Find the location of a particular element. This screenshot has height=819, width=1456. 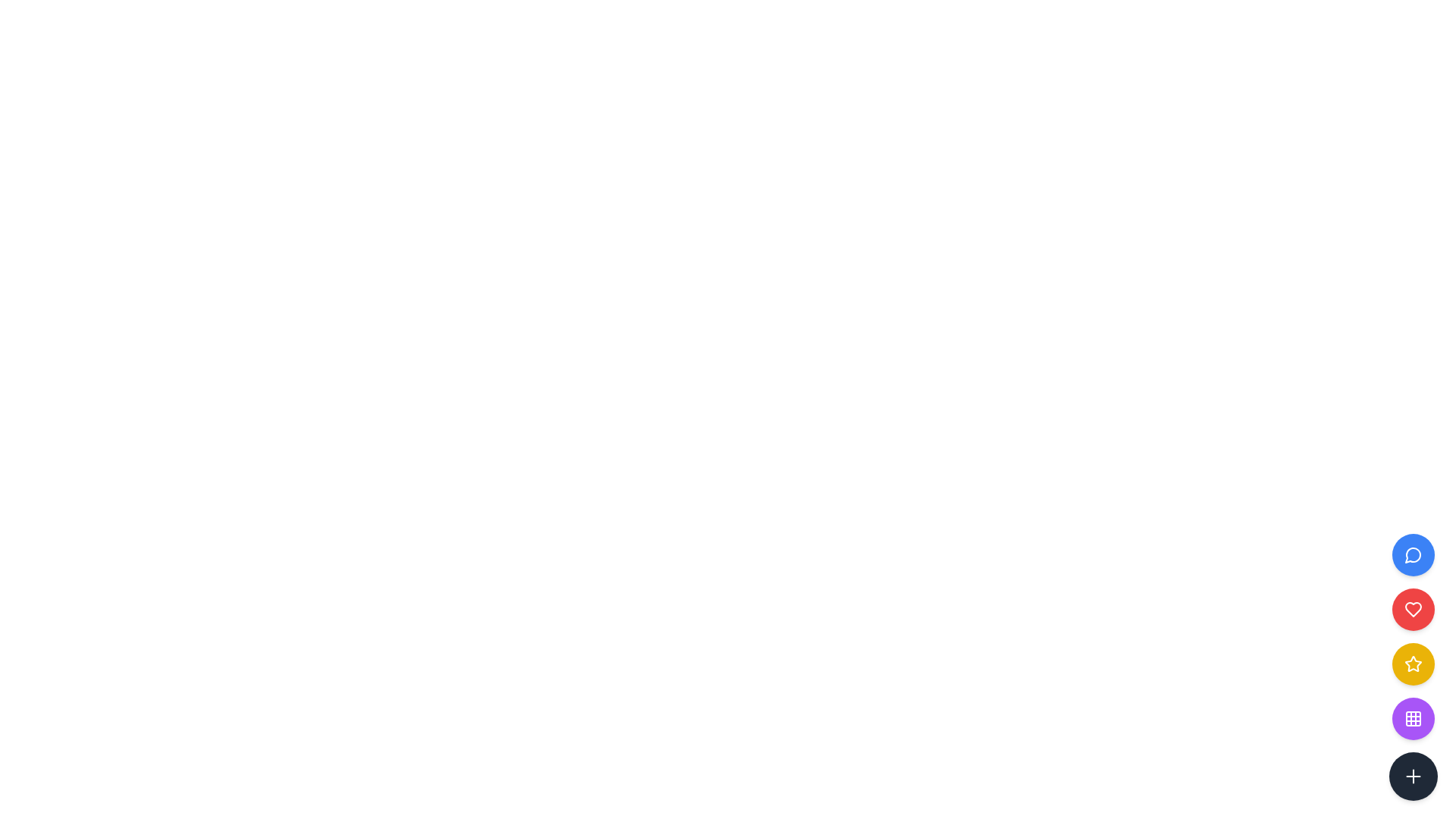

the circular yellow button with a white star icon at its center, located third from the bottom in a vertical stack on the far-right side is located at coordinates (1412, 663).